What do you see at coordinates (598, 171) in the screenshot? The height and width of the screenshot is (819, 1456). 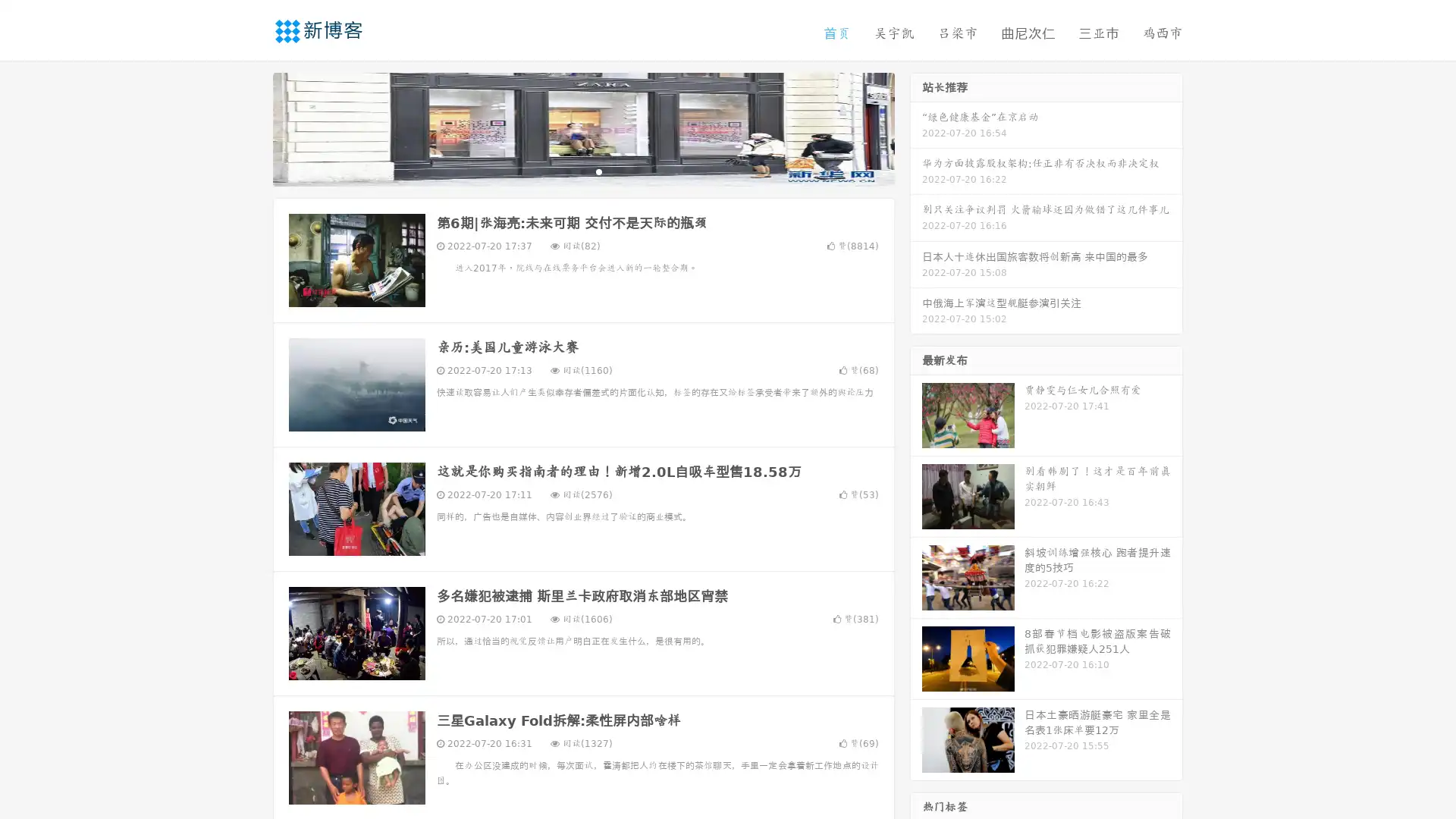 I see `Go to slide 3` at bounding box center [598, 171].